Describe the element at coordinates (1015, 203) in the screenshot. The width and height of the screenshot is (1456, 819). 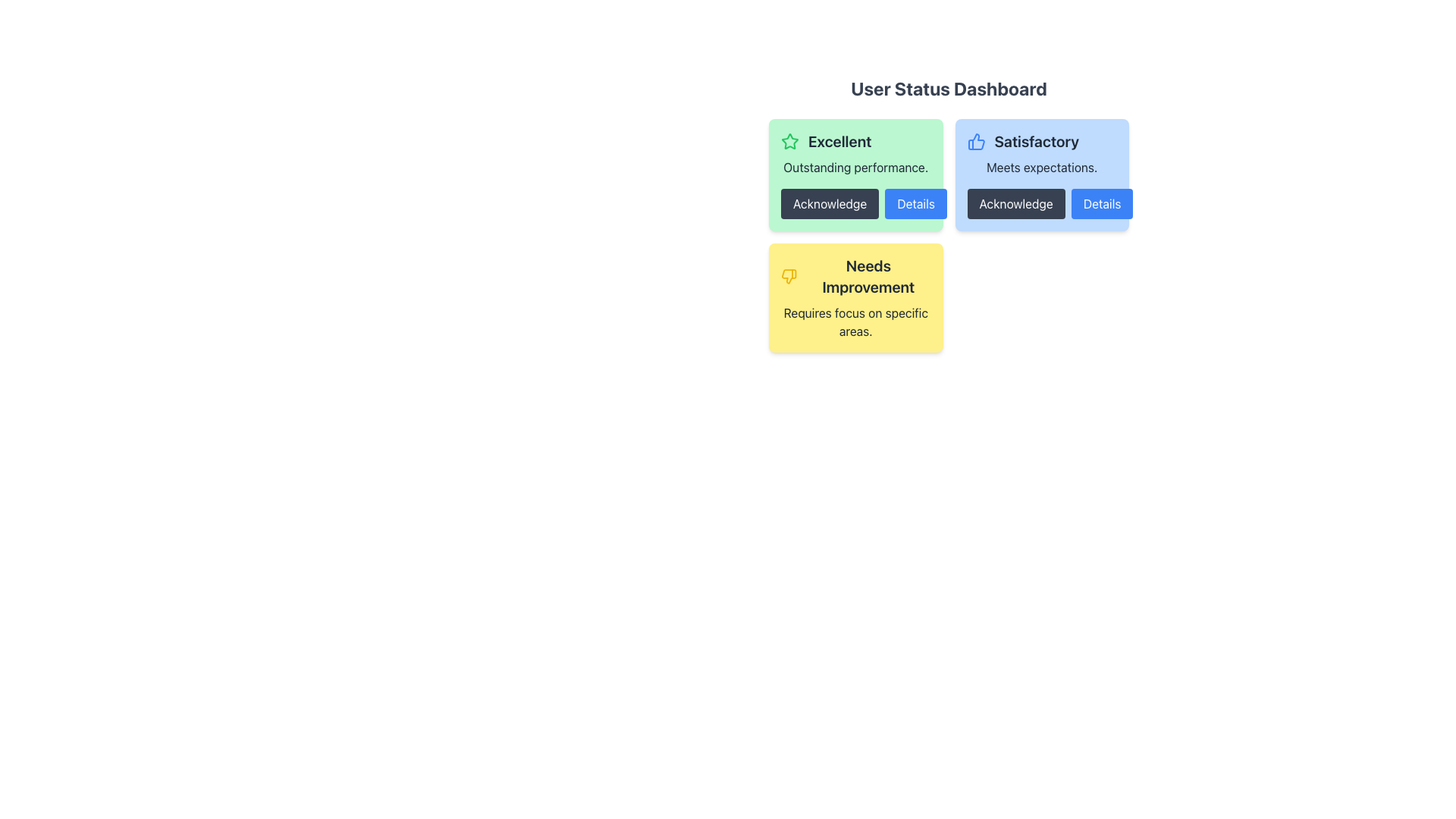
I see `the 'Satisfactory' button located in the top-right card to acknowledge the status or message` at that location.